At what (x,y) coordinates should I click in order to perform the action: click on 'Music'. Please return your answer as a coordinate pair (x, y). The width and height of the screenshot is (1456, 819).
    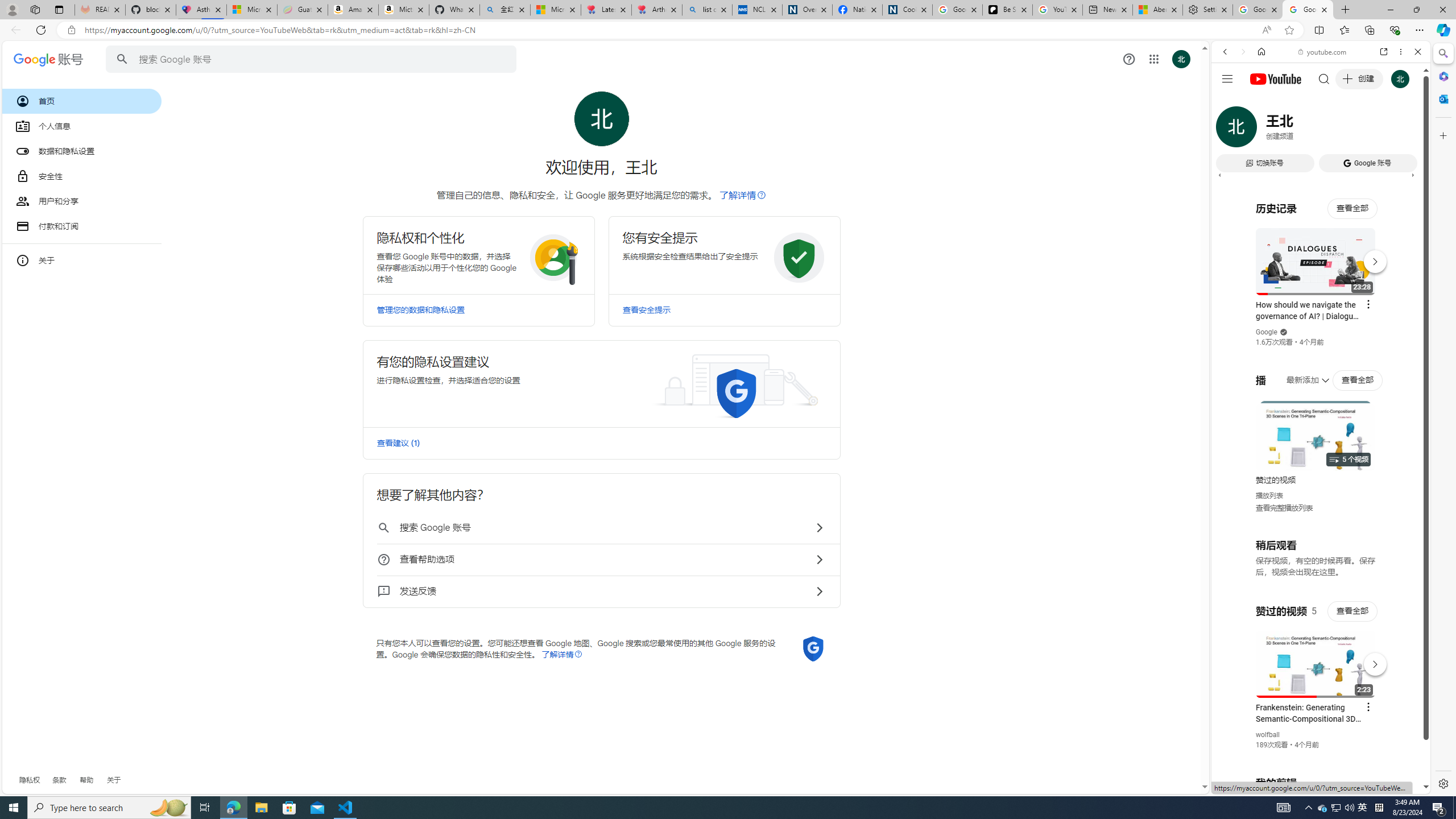
    Looking at the image, I should click on (1319, 309).